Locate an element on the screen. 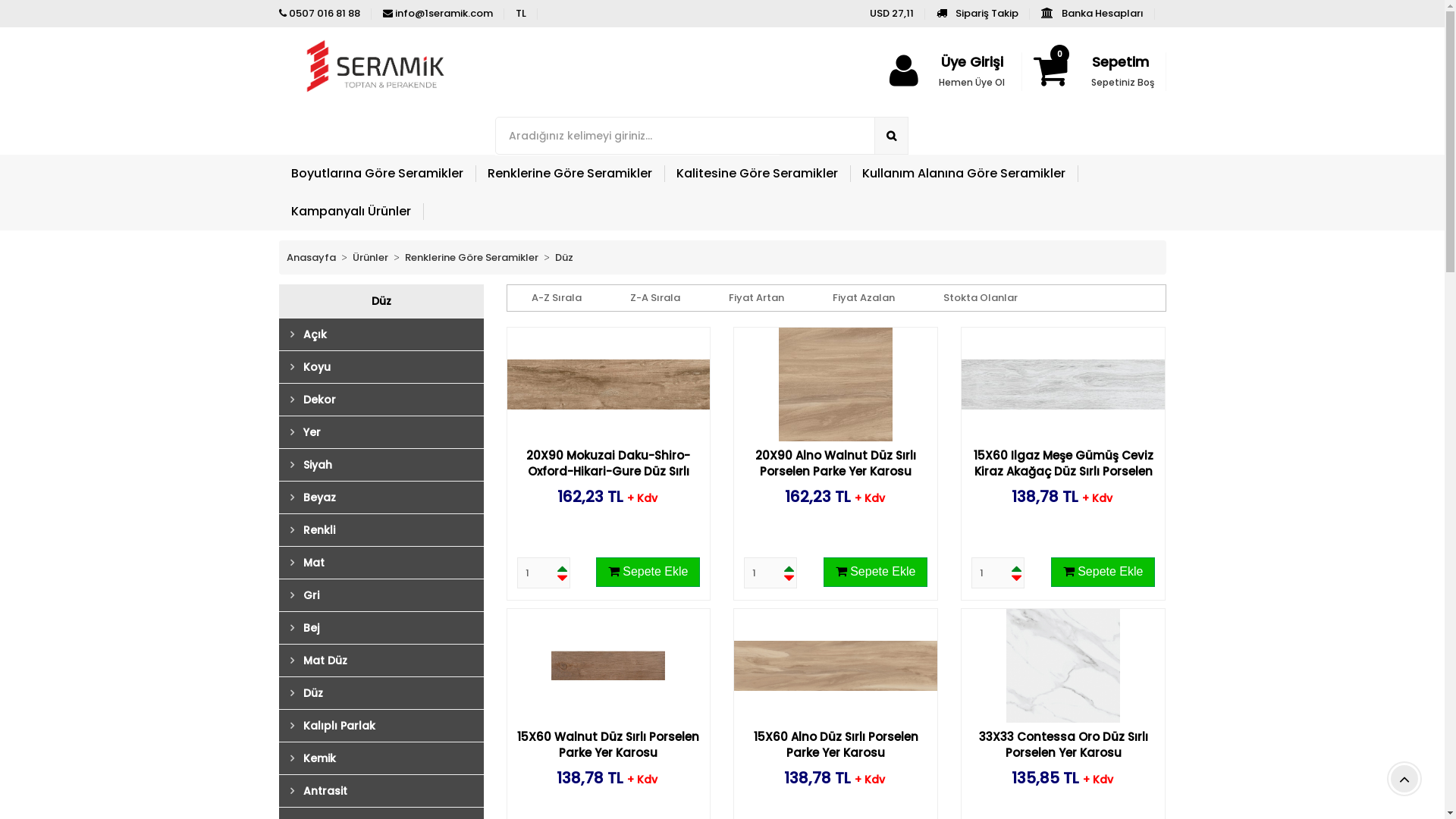  'Sepete Ekle' is located at coordinates (1103, 572).